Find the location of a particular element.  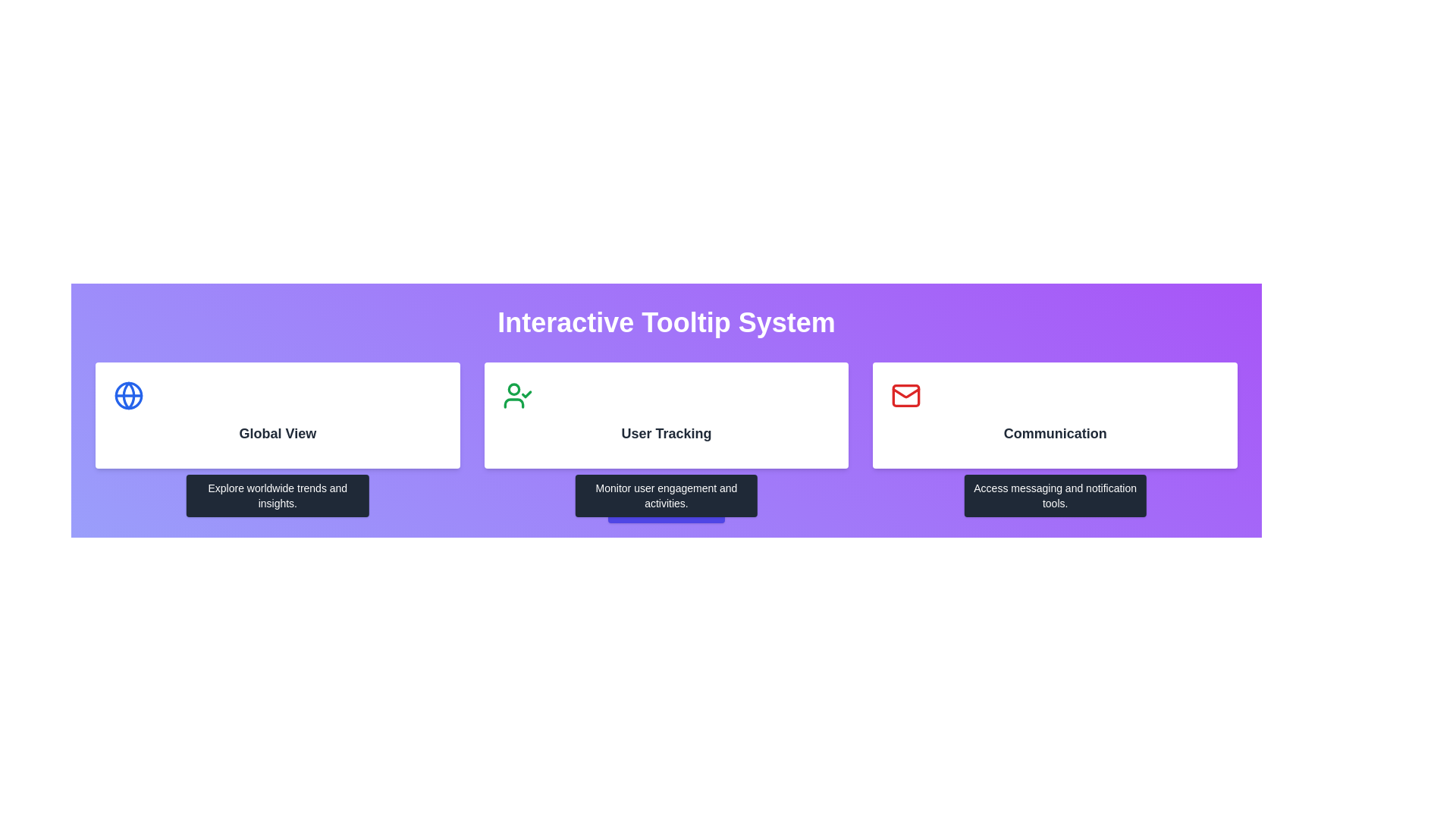

the 'Communication' card located at the right end of the row is located at coordinates (1054, 415).